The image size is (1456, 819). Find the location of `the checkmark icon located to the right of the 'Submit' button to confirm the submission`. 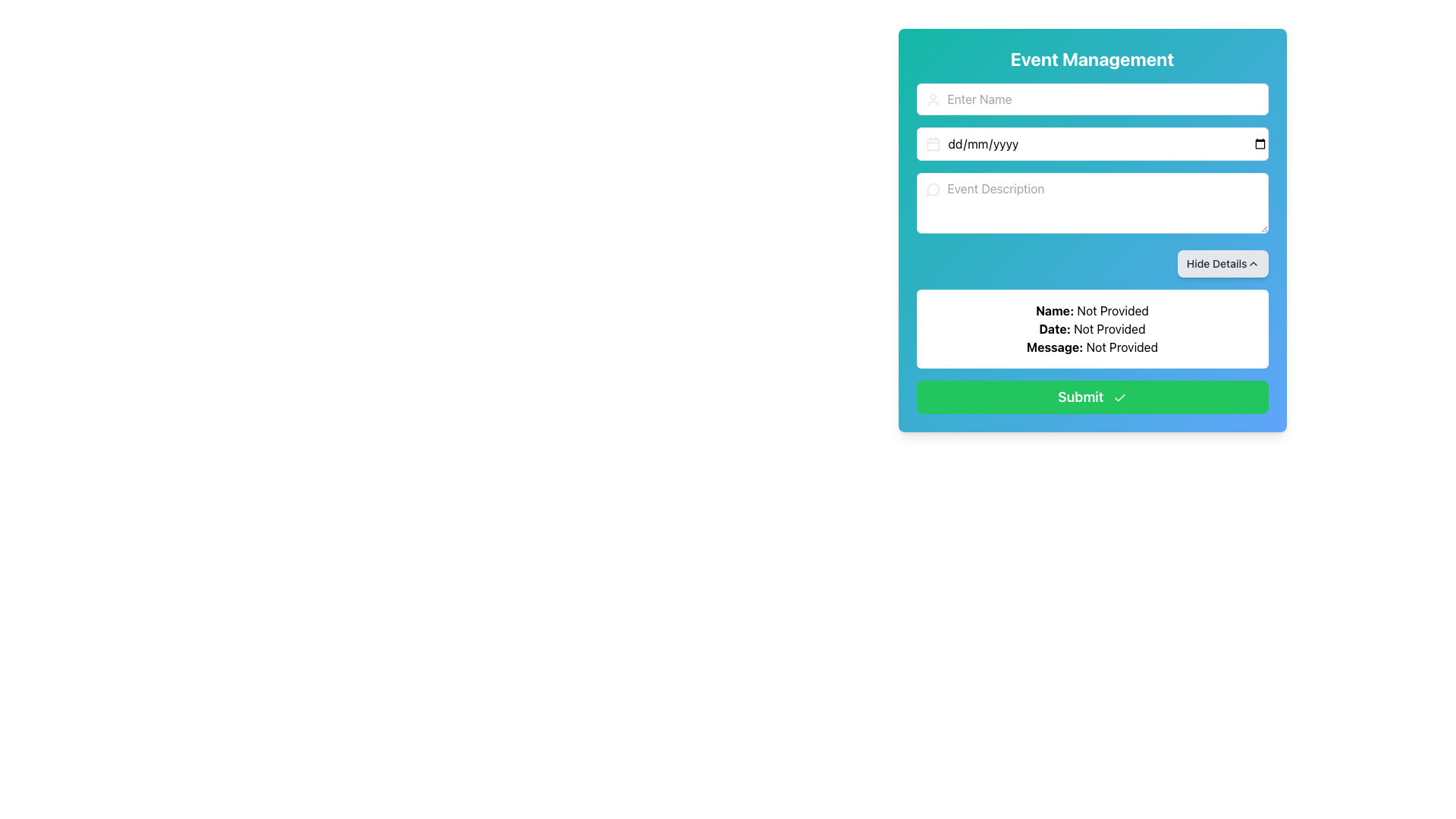

the checkmark icon located to the right of the 'Submit' button to confirm the submission is located at coordinates (1119, 397).